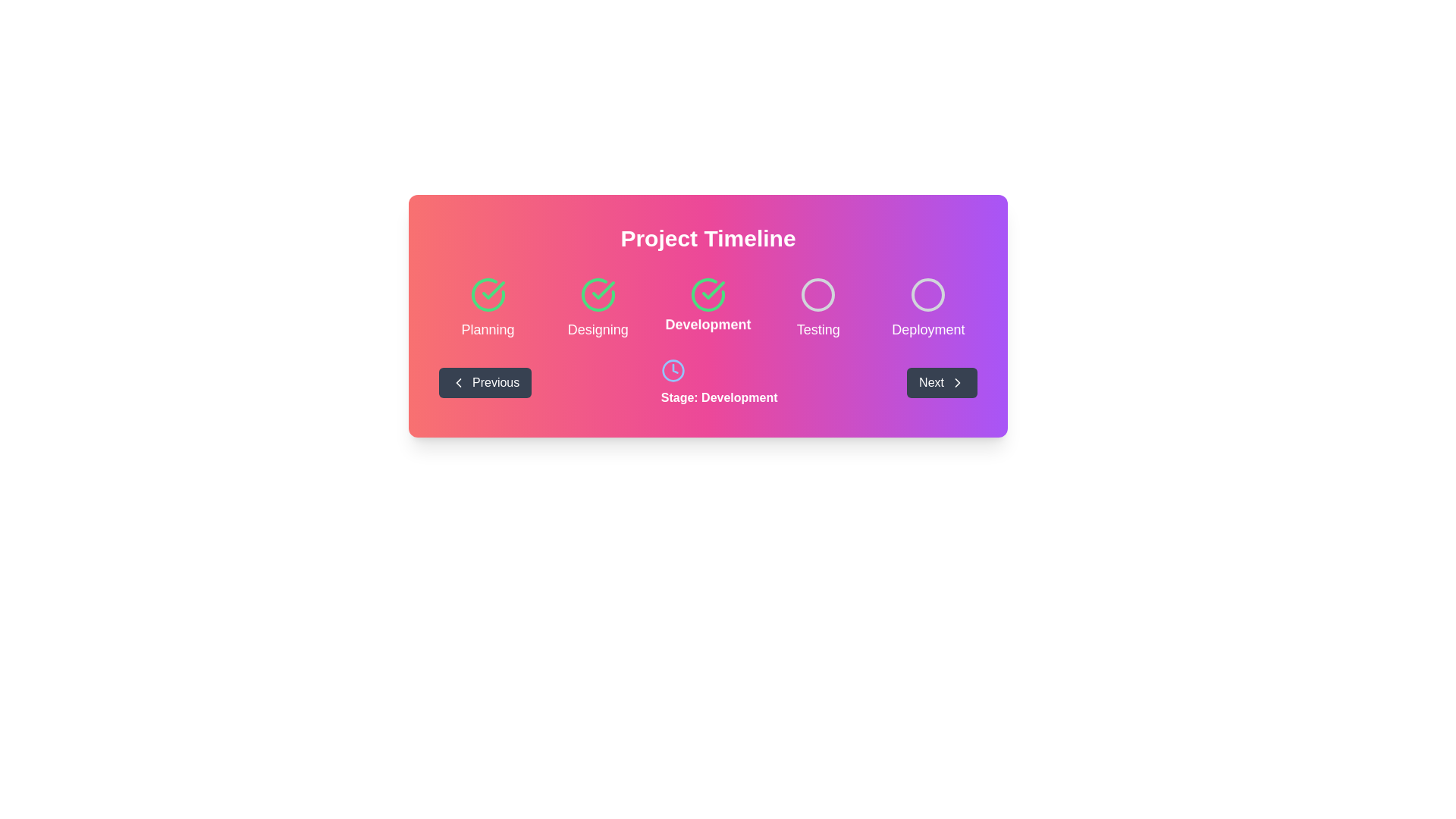 This screenshot has width=1456, height=819. I want to click on the status of the 'Development' stage label, which is the third element in a sequence of project stages, visually highlighted to indicate ongoing activity, so click(708, 308).